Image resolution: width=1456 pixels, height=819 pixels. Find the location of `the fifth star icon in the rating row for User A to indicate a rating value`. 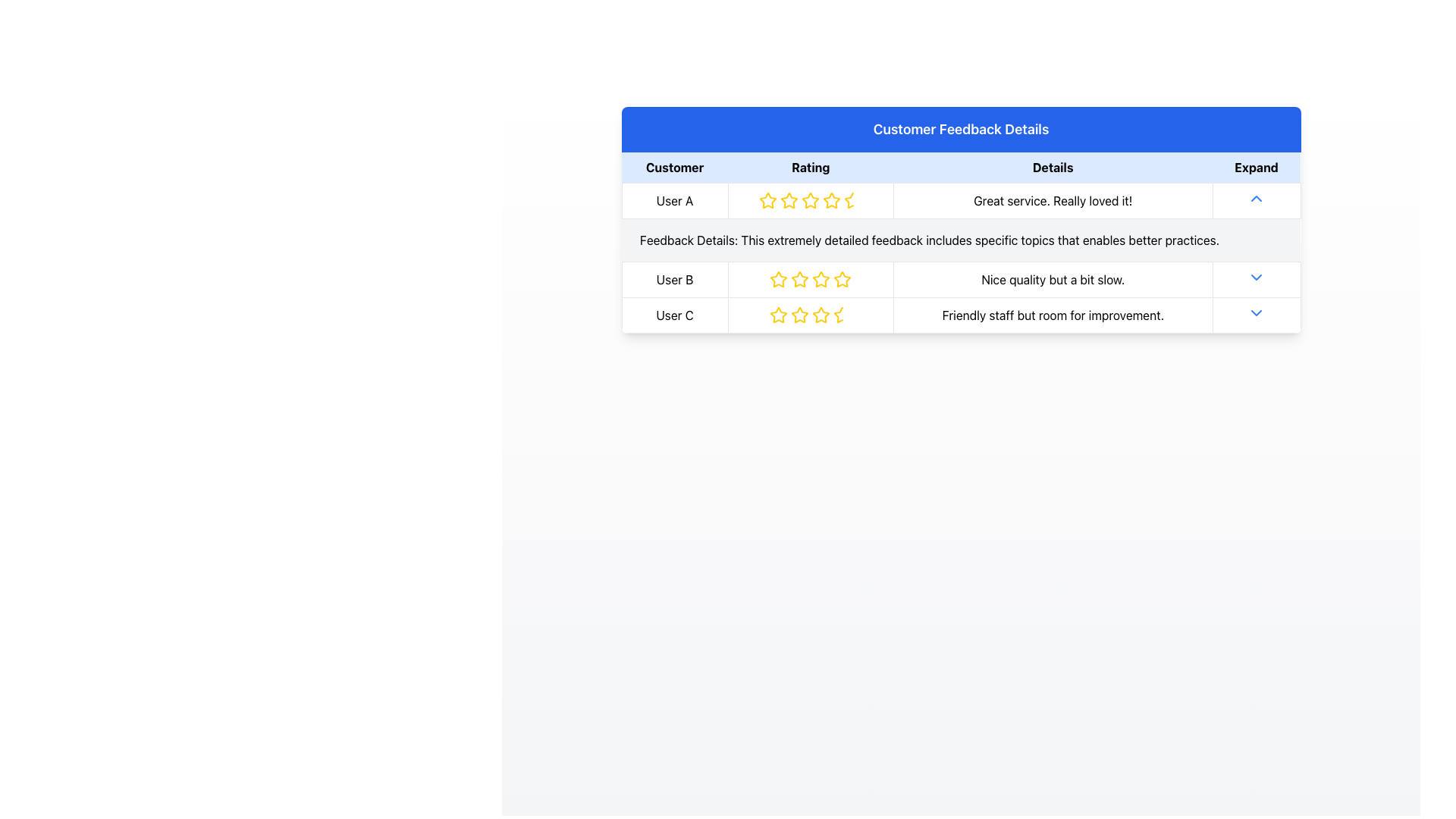

the fifth star icon in the rating row for User A to indicate a rating value is located at coordinates (831, 200).